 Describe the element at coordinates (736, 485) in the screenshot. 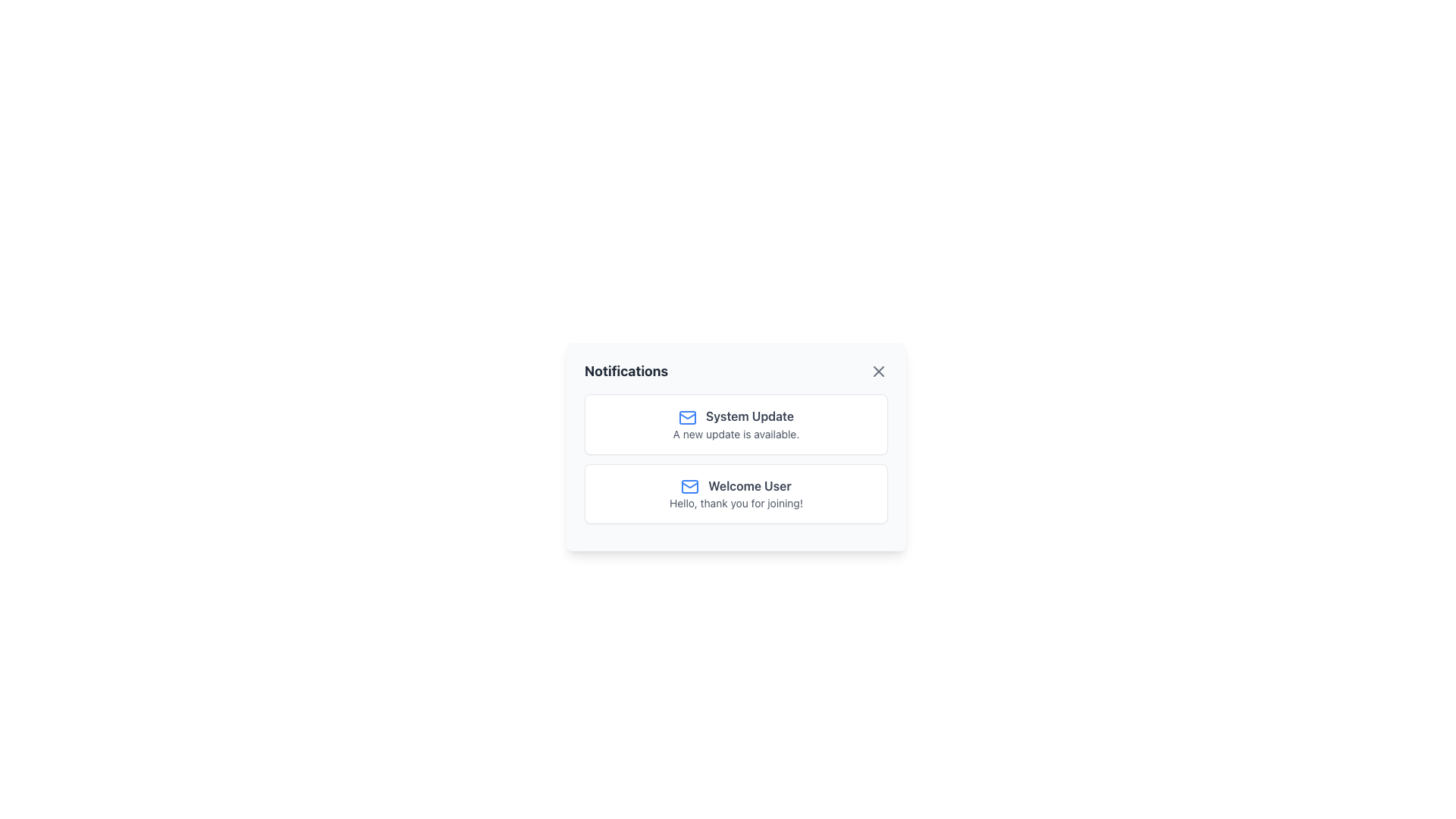

I see `the greeting text located in the bottom section of the notification card that reads 'Hello, thank you for joining!'` at that location.